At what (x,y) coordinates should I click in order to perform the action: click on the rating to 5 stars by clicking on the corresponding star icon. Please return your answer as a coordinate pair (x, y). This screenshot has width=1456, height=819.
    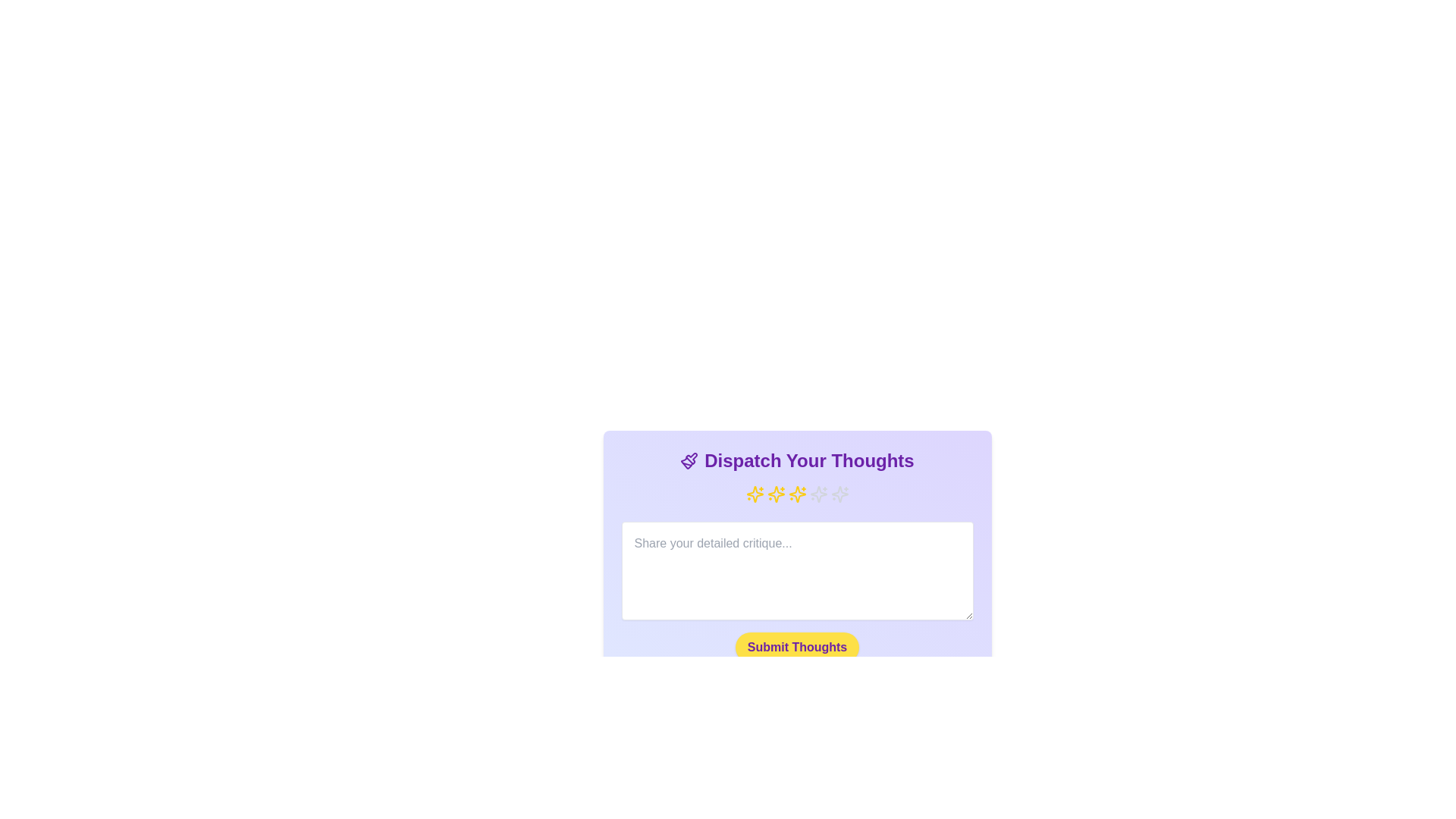
    Looking at the image, I should click on (839, 494).